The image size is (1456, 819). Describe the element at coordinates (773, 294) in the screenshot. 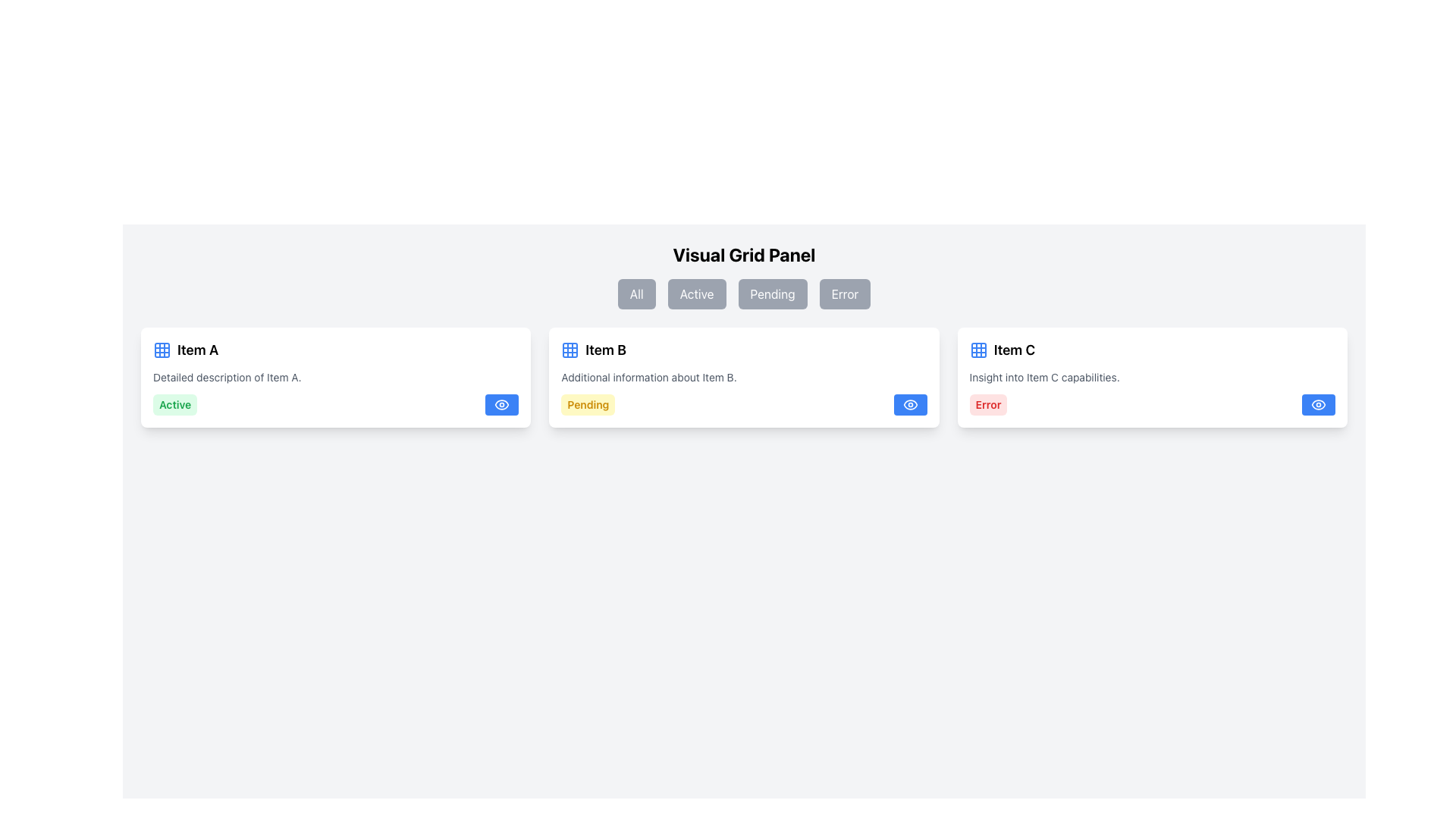

I see `the 'Pending' button, which is the third button in a group of four buttons labeled 'All', 'Active', 'Pending', and 'Error'. This button filters the view` at that location.